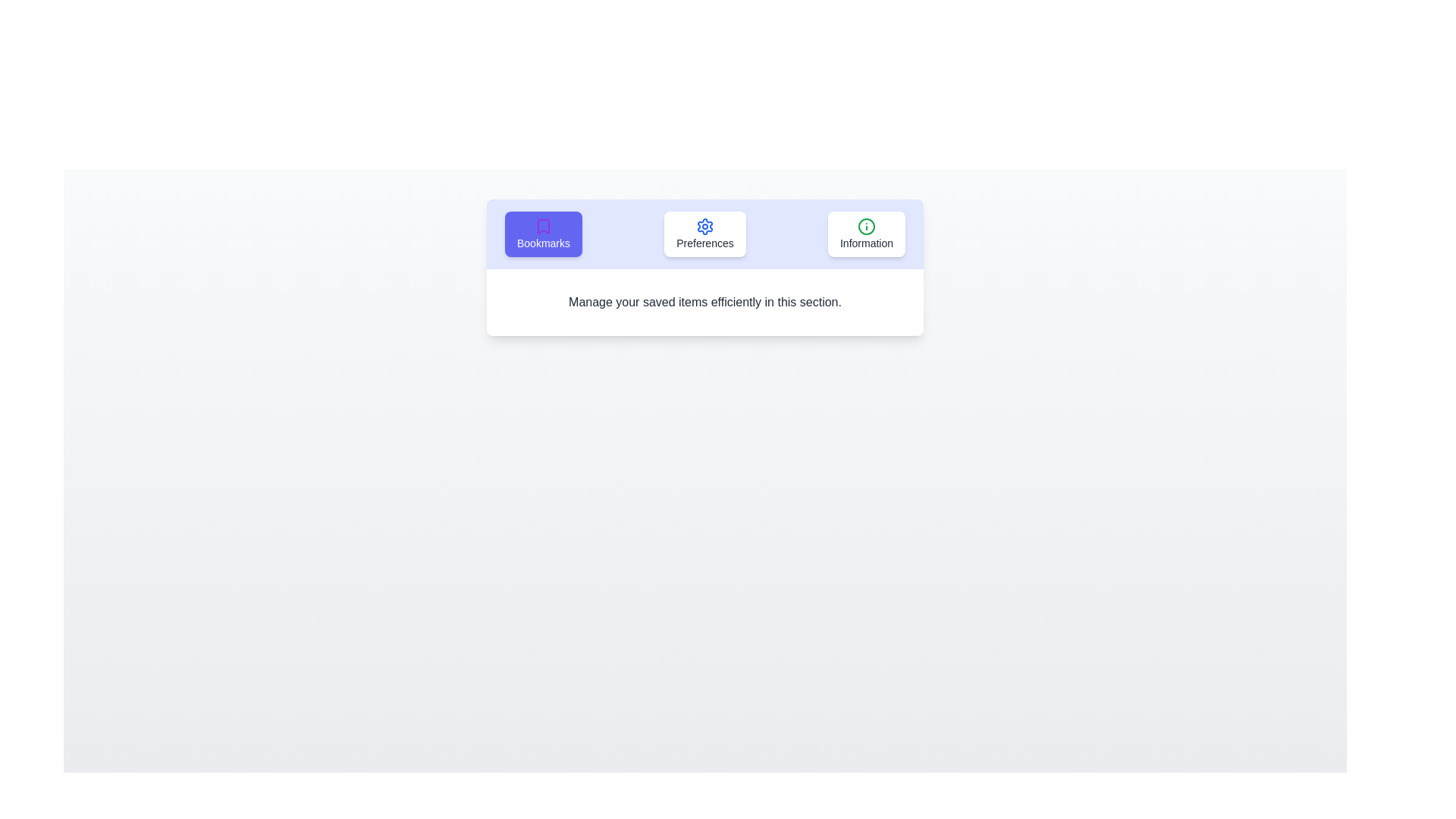 The width and height of the screenshot is (1456, 819). Describe the element at coordinates (866, 234) in the screenshot. I see `the tab labeled Information to observe its visual changes` at that location.